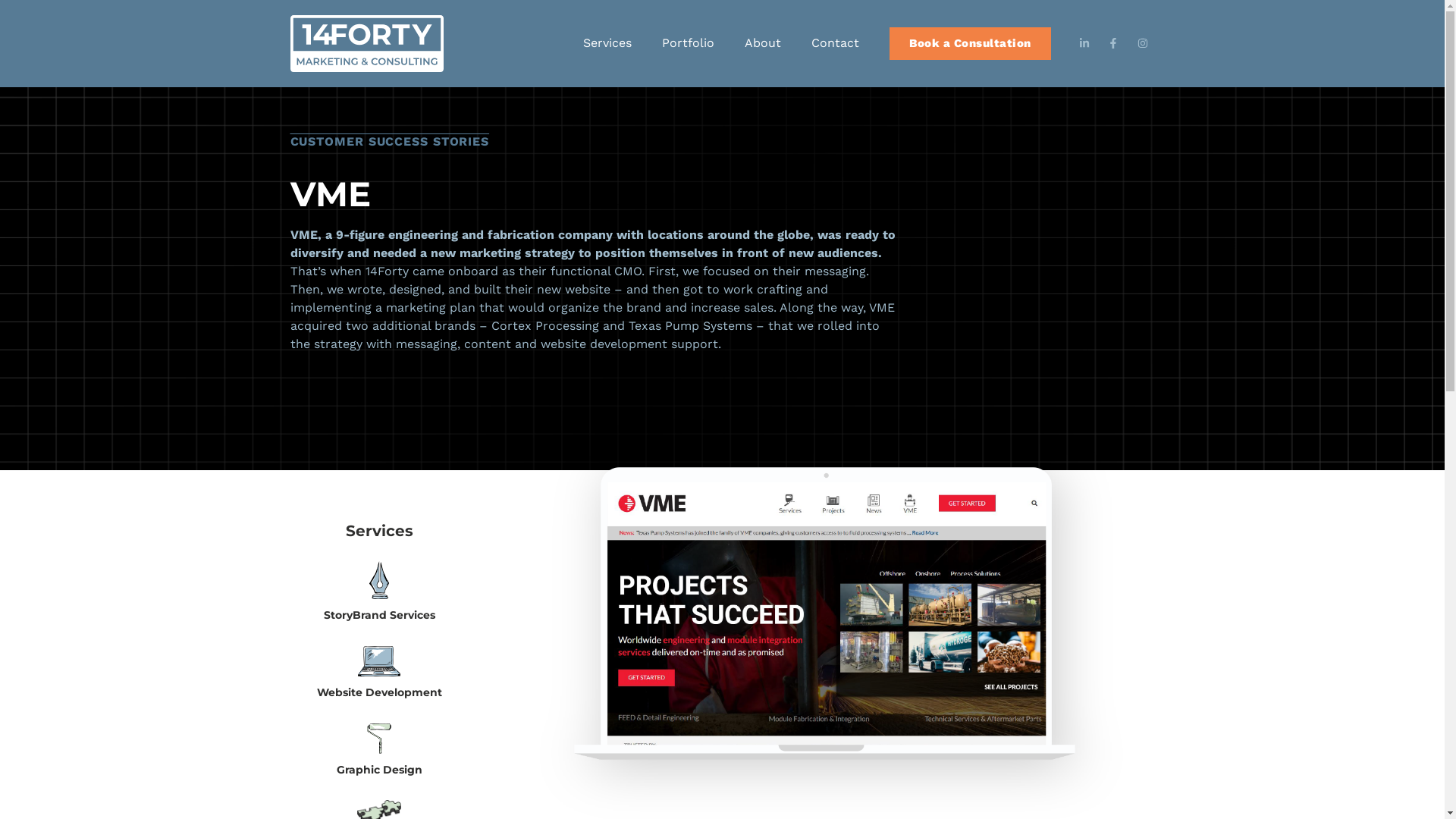 The height and width of the screenshot is (819, 1456). I want to click on 'Portfolio', so click(687, 42).